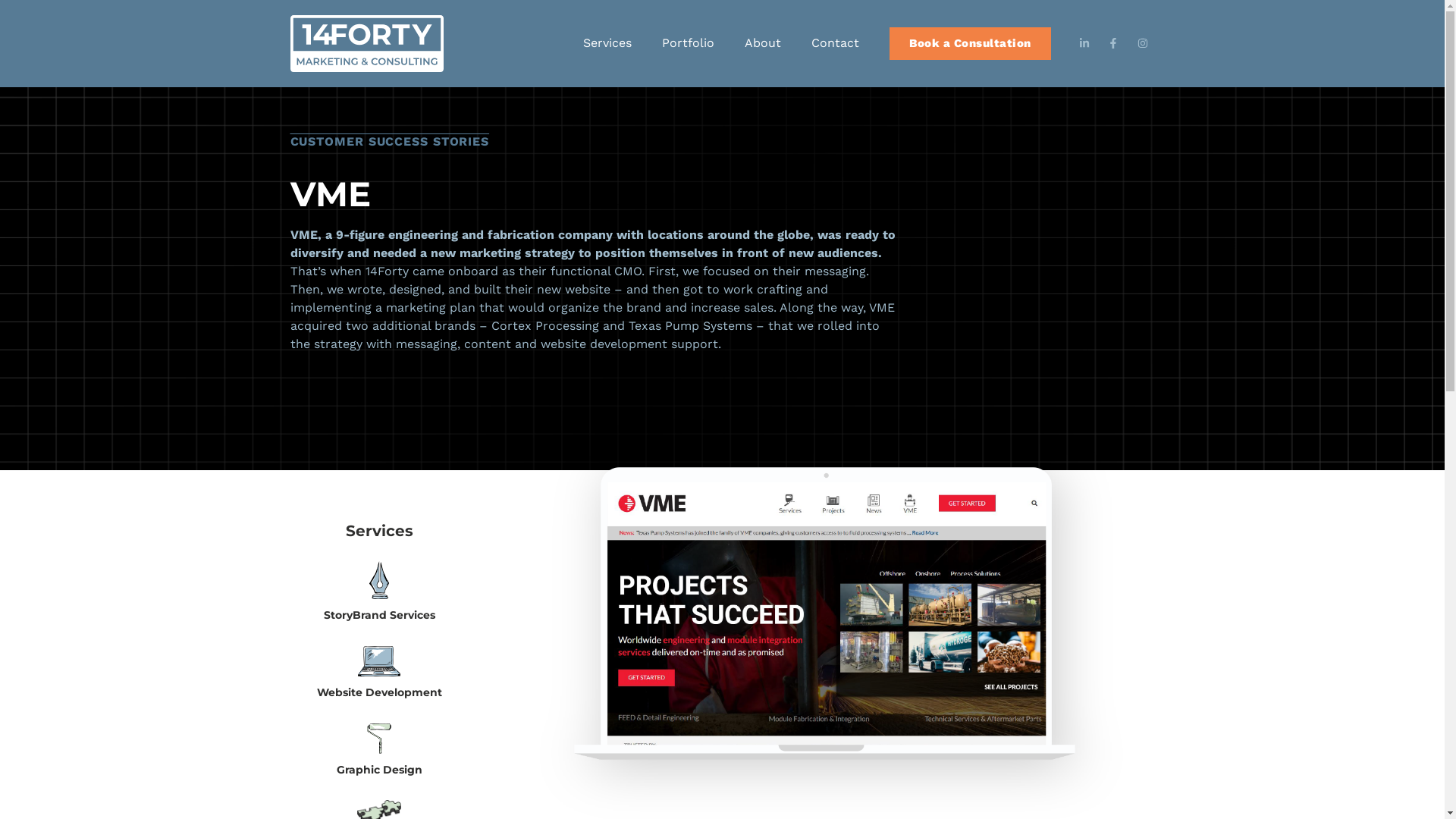 The height and width of the screenshot is (819, 1456). I want to click on 'Portfolio', so click(687, 42).